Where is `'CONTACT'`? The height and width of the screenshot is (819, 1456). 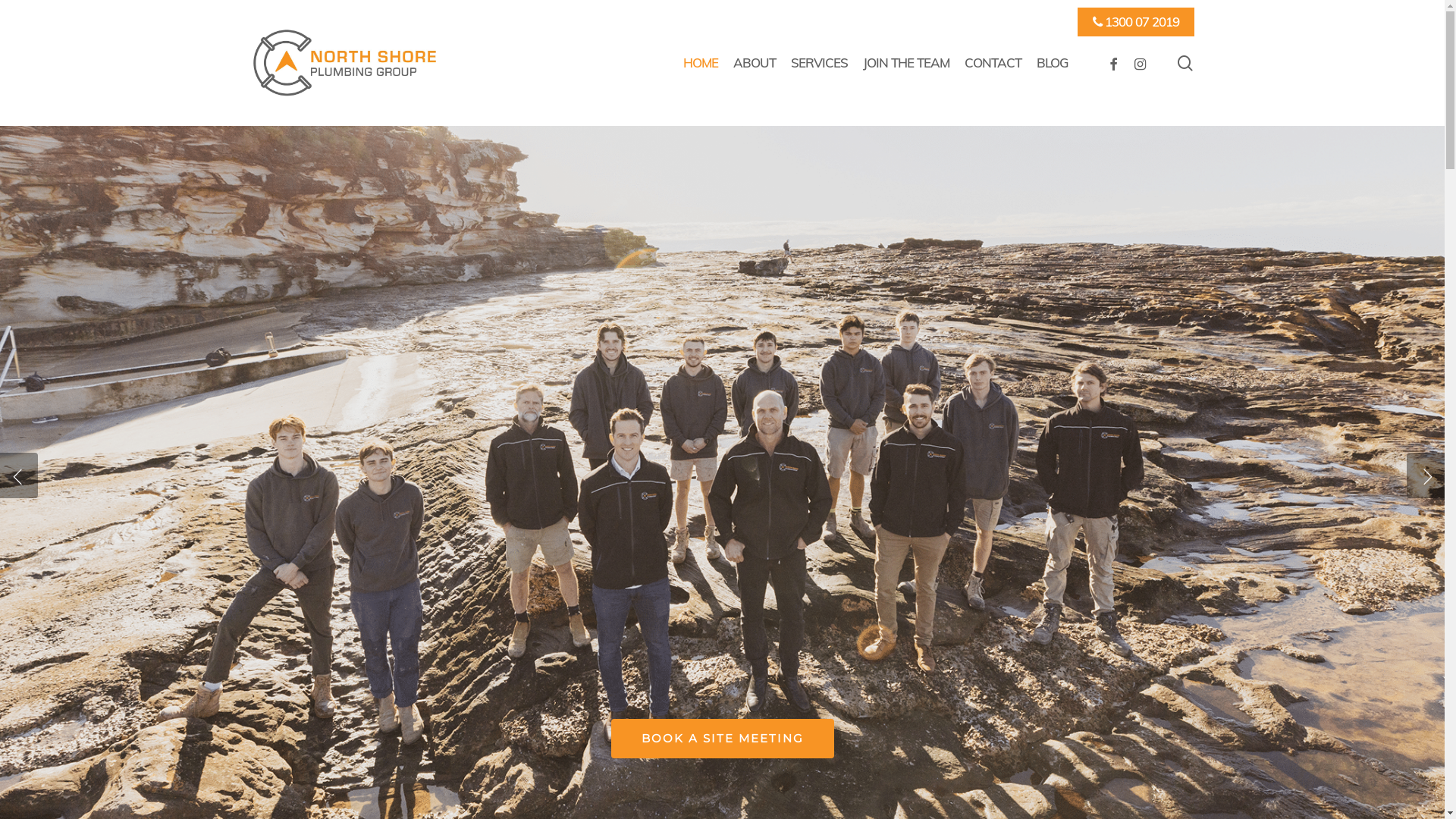
'CONTACT' is located at coordinates (993, 62).